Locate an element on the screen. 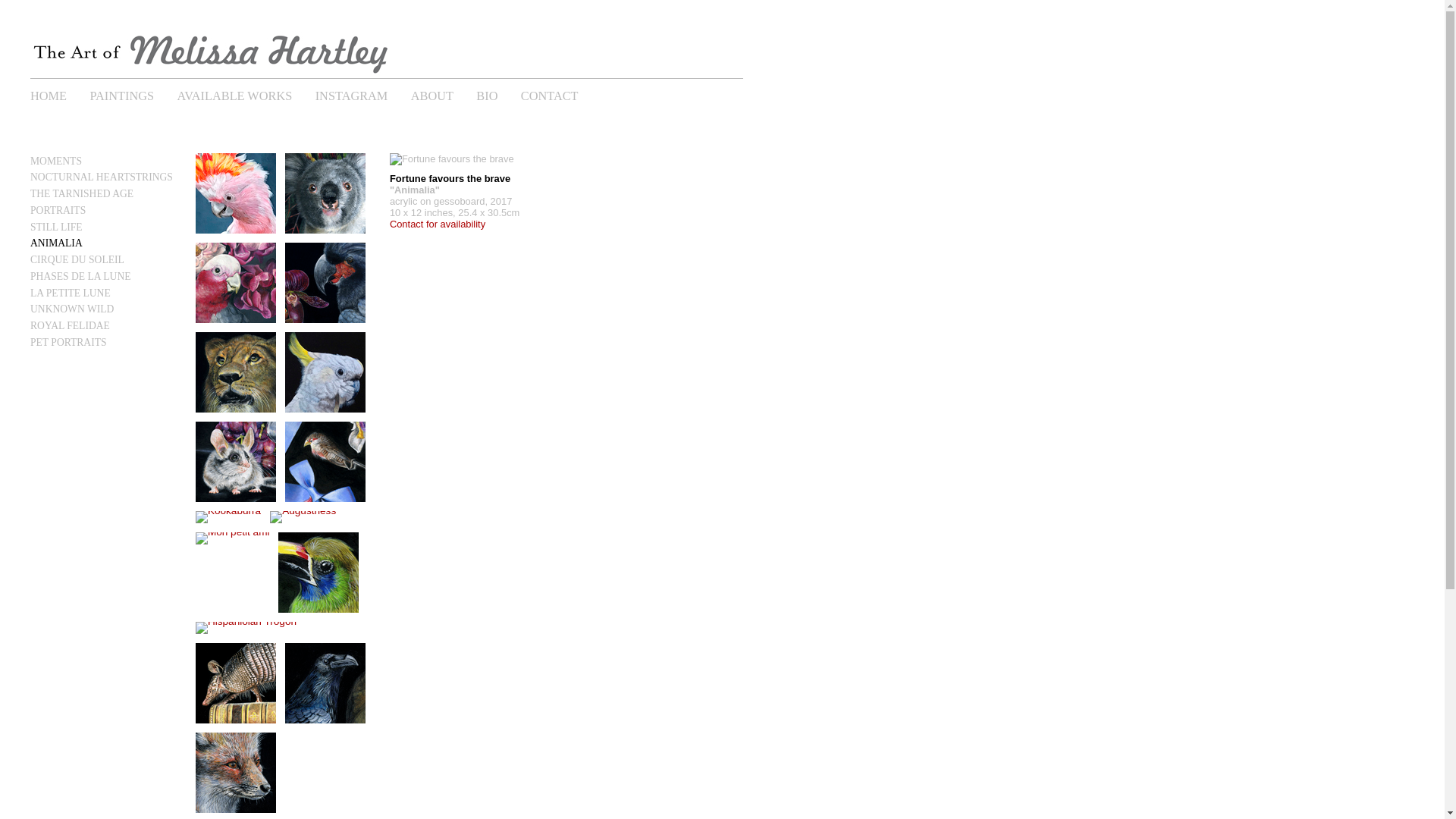 Image resolution: width=1456 pixels, height=819 pixels. 'STILL LIFE' is located at coordinates (30, 227).